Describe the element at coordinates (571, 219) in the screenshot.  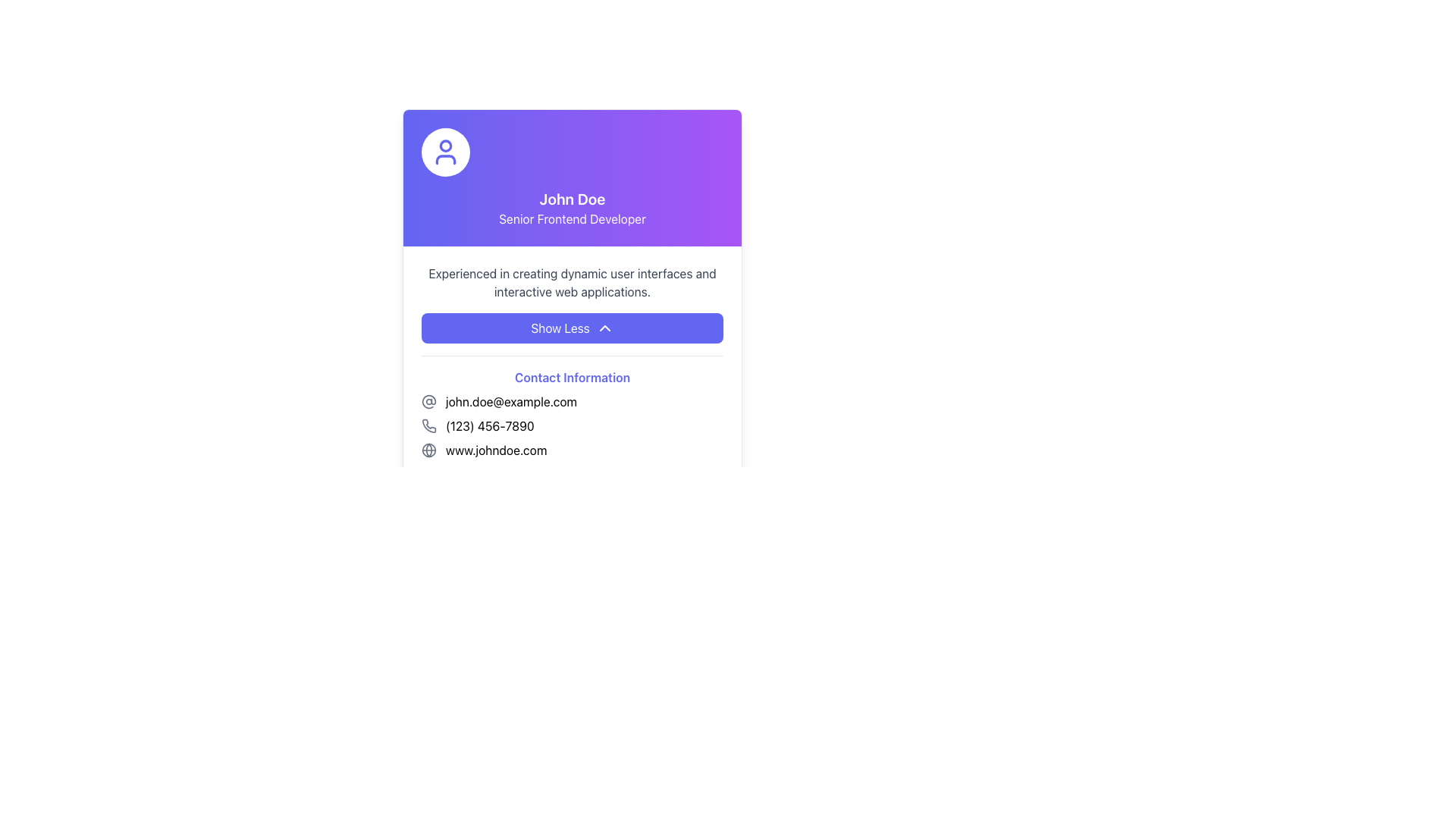
I see `the text label displaying 'Senior Frontend Developer', which is located below 'John Doe' and centered within the gradient background` at that location.